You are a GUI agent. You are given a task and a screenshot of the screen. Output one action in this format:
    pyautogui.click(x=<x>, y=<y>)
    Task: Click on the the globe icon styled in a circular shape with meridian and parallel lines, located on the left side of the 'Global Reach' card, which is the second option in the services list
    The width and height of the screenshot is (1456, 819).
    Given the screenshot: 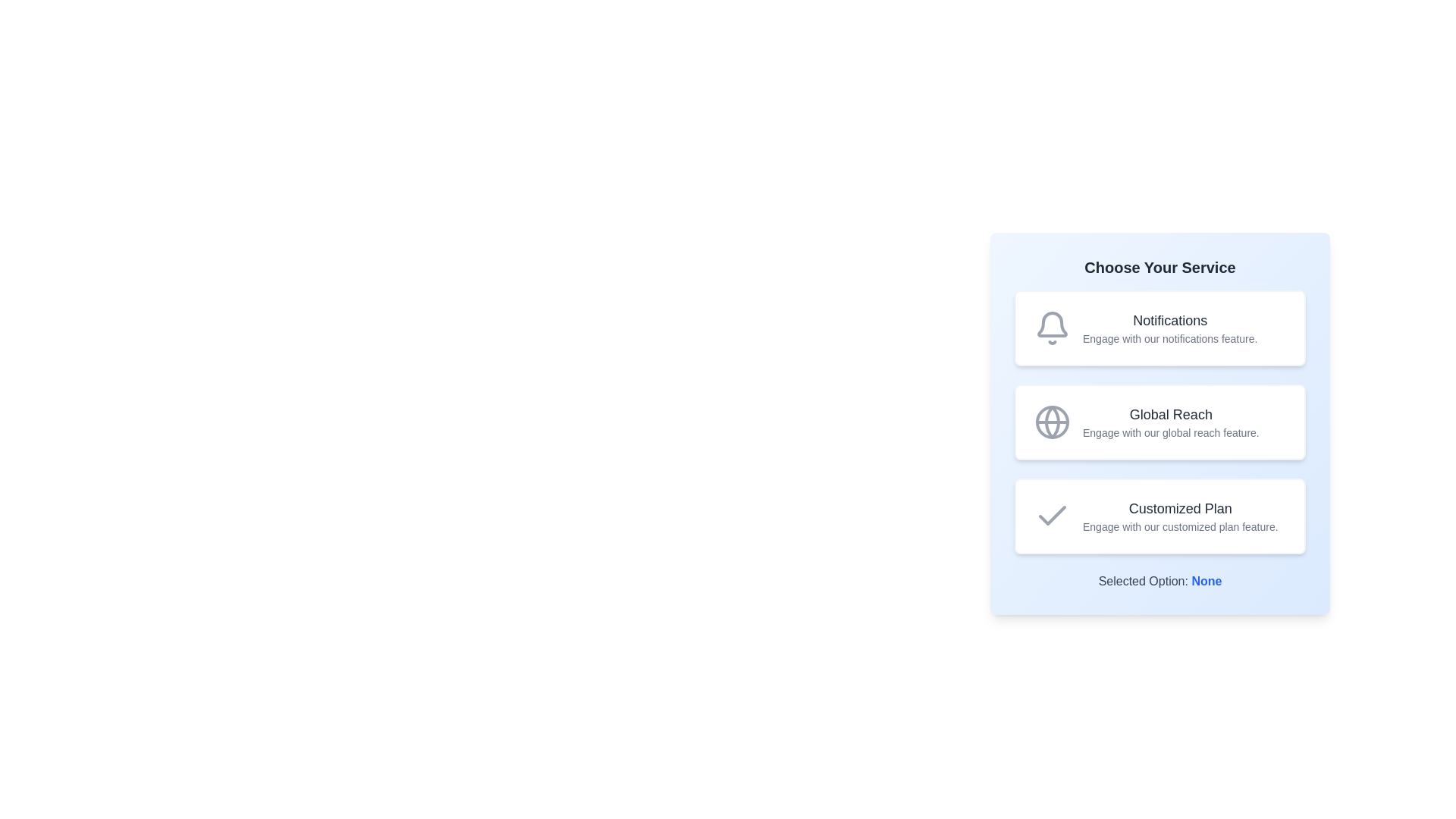 What is the action you would take?
    pyautogui.click(x=1051, y=422)
    